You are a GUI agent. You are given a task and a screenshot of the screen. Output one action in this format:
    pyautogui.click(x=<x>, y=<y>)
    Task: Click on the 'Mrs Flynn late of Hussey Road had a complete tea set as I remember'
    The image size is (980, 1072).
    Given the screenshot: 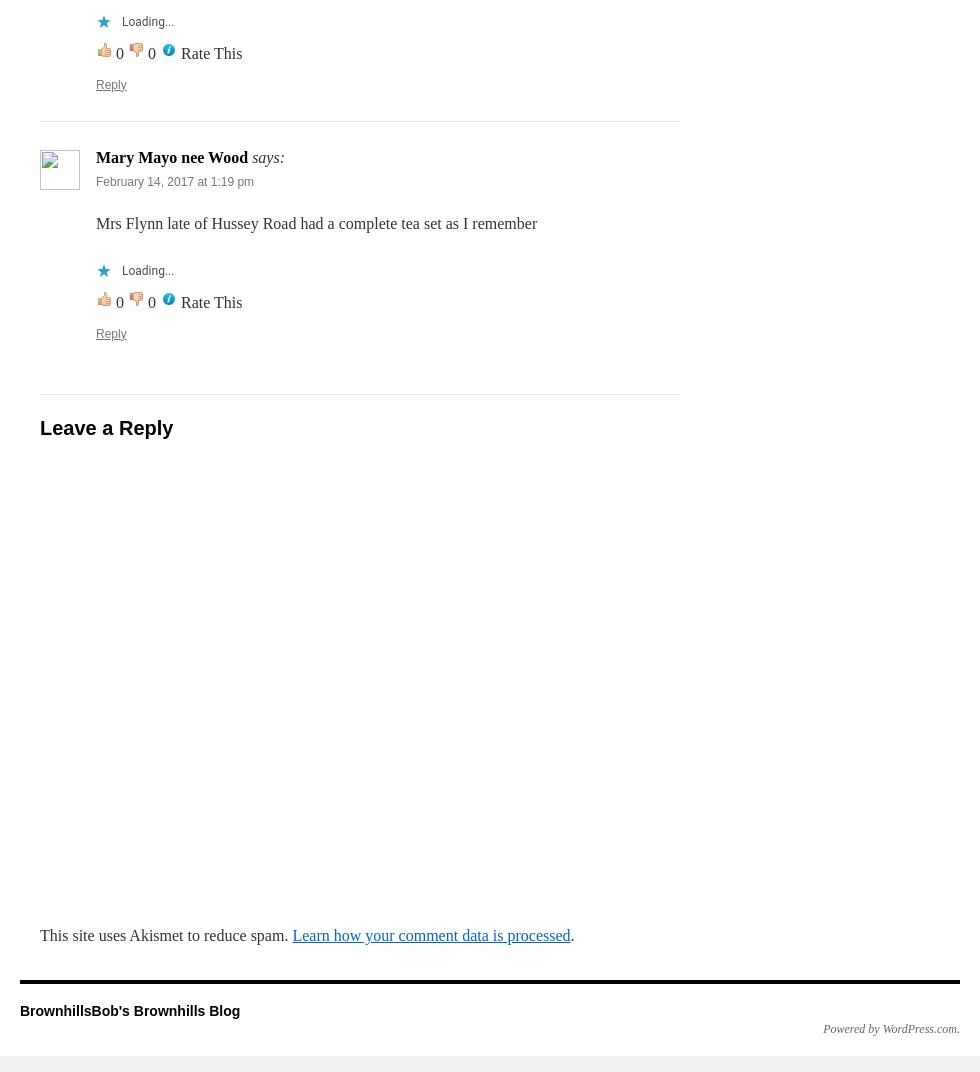 What is the action you would take?
    pyautogui.click(x=316, y=222)
    